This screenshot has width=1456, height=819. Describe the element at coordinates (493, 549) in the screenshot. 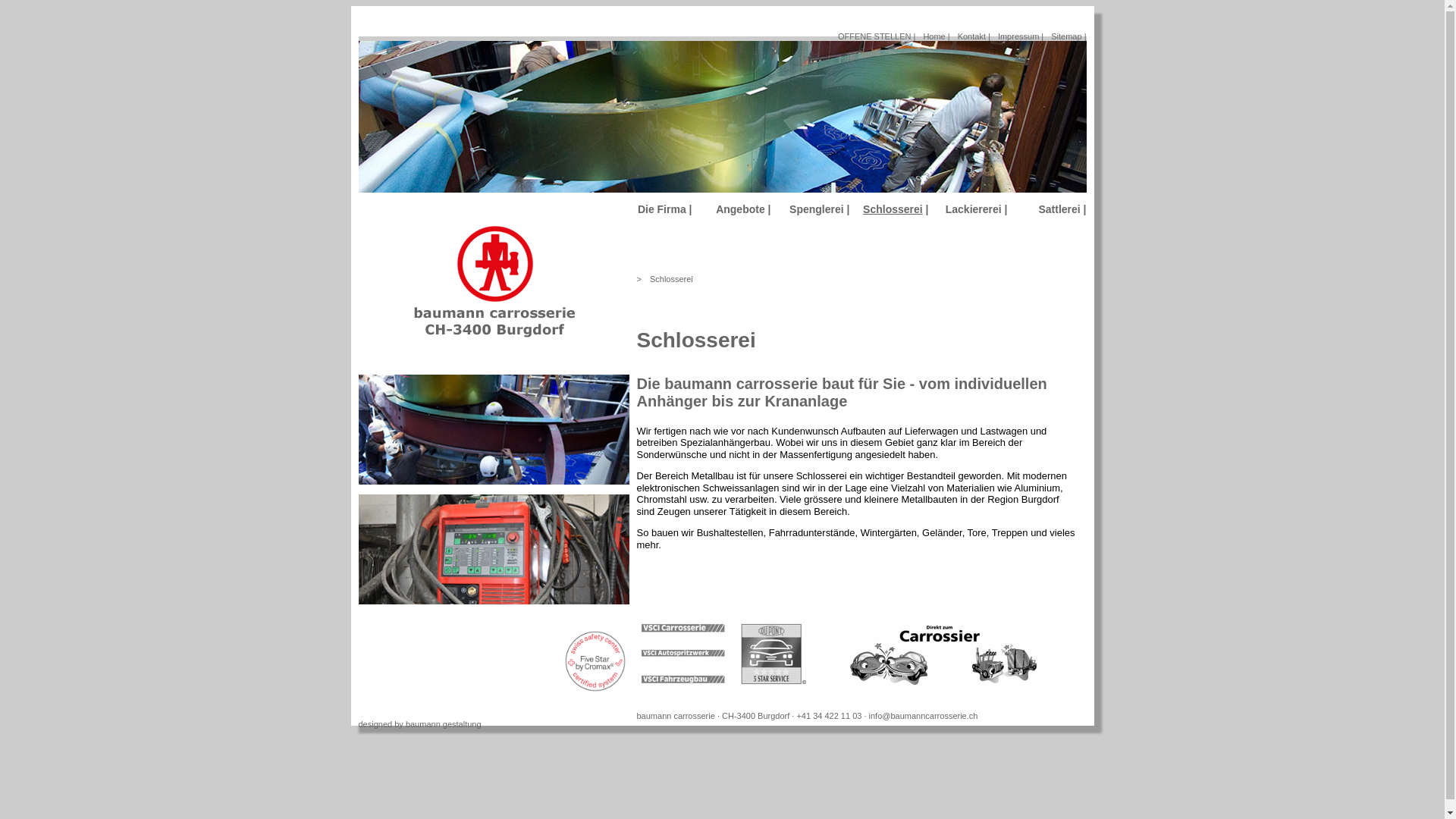

I see `'modernste elektronische Schweissanlage'` at that location.